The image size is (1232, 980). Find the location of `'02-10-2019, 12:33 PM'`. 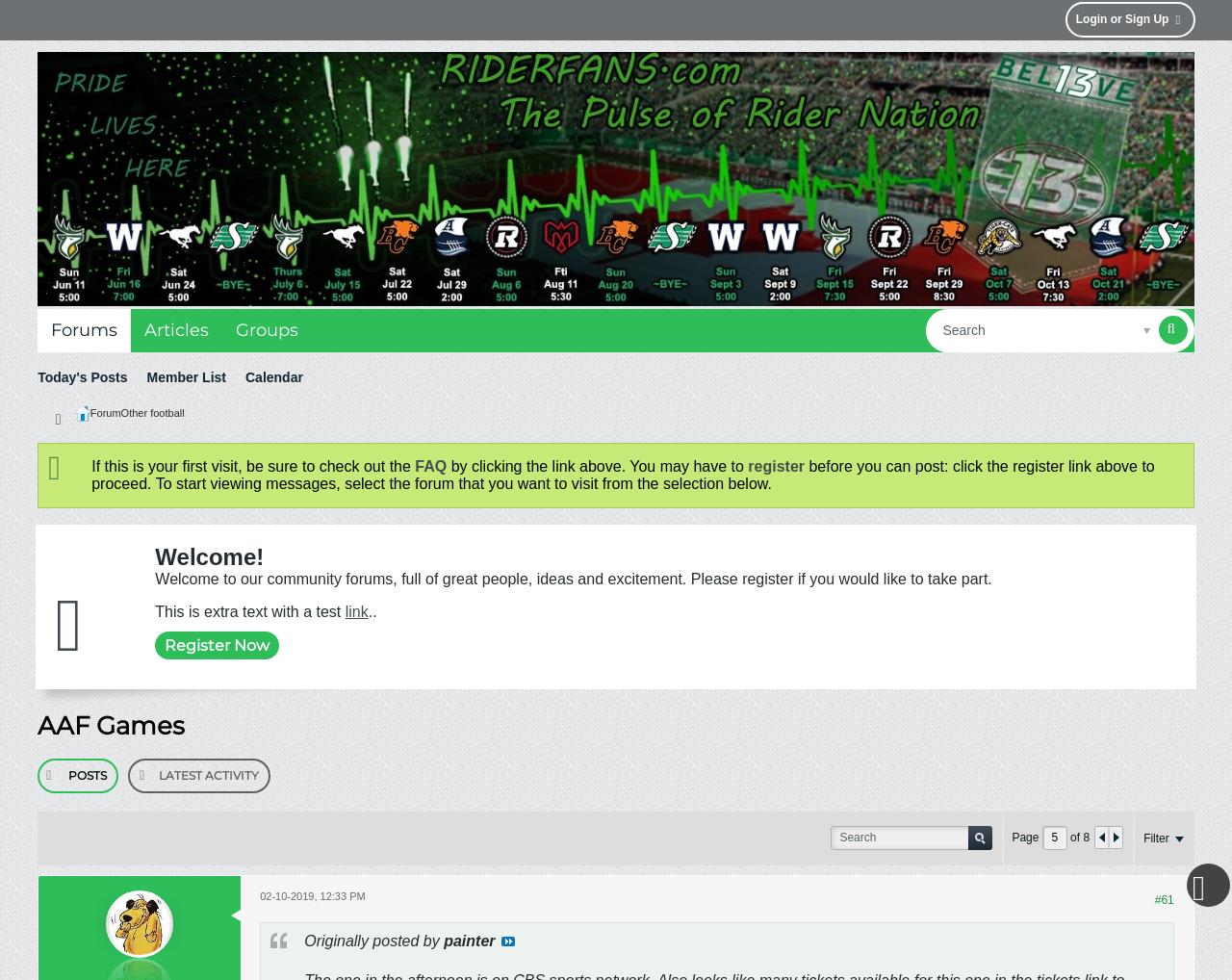

'02-10-2019, 12:33 PM' is located at coordinates (312, 894).